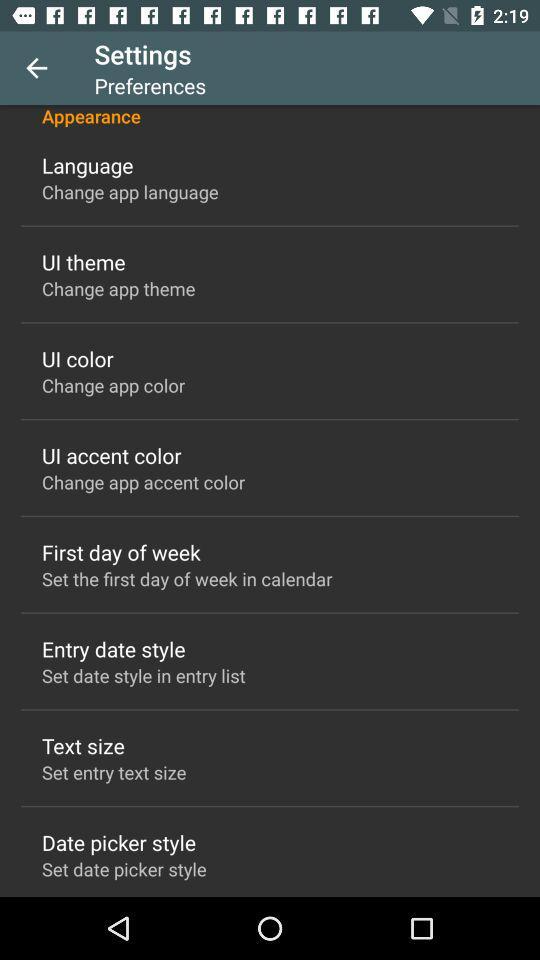 The image size is (540, 960). Describe the element at coordinates (187, 578) in the screenshot. I see `the set the first at the center` at that location.